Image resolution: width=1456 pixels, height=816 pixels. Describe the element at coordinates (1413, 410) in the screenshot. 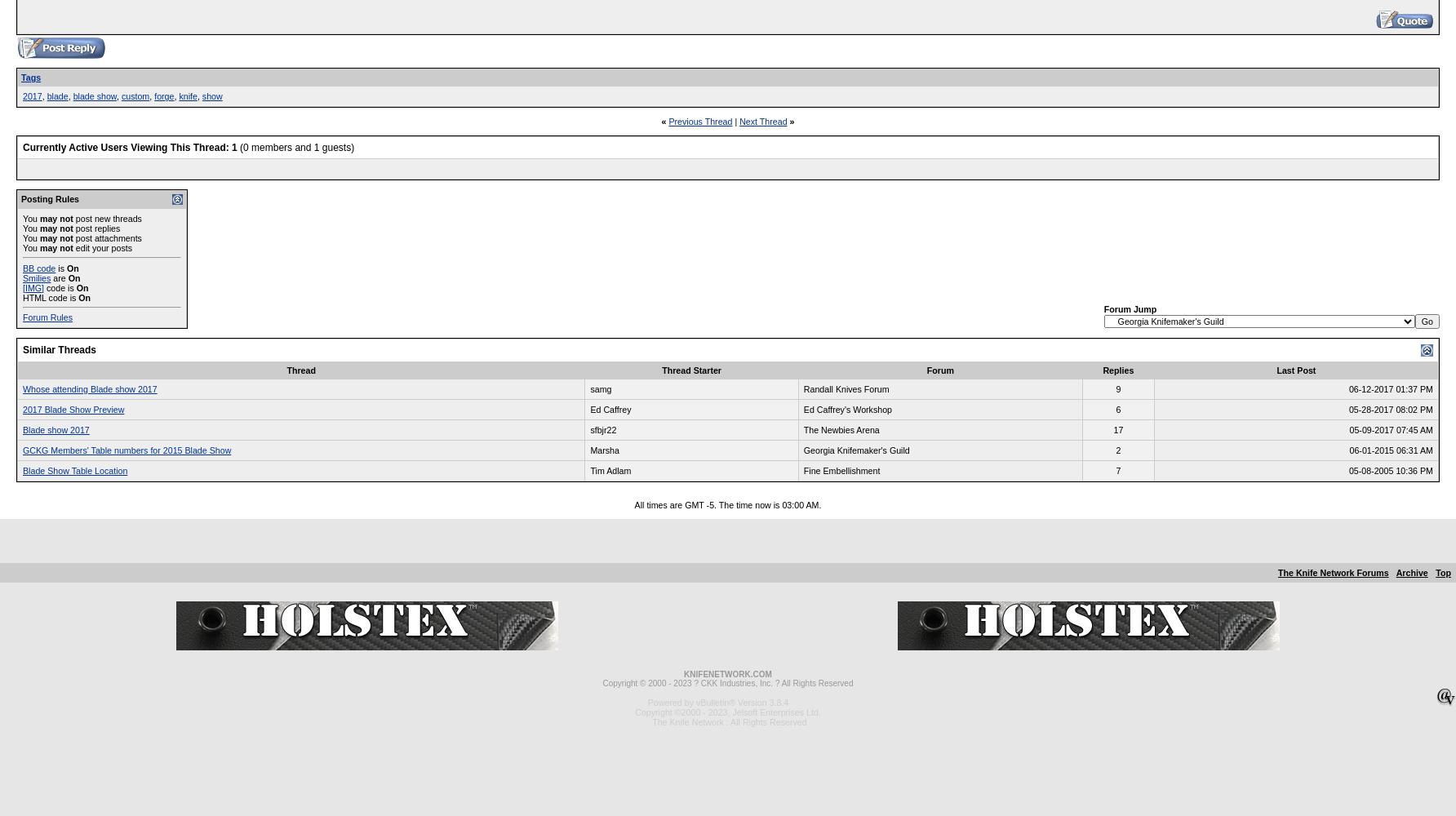

I see `'08:02 PM'` at that location.